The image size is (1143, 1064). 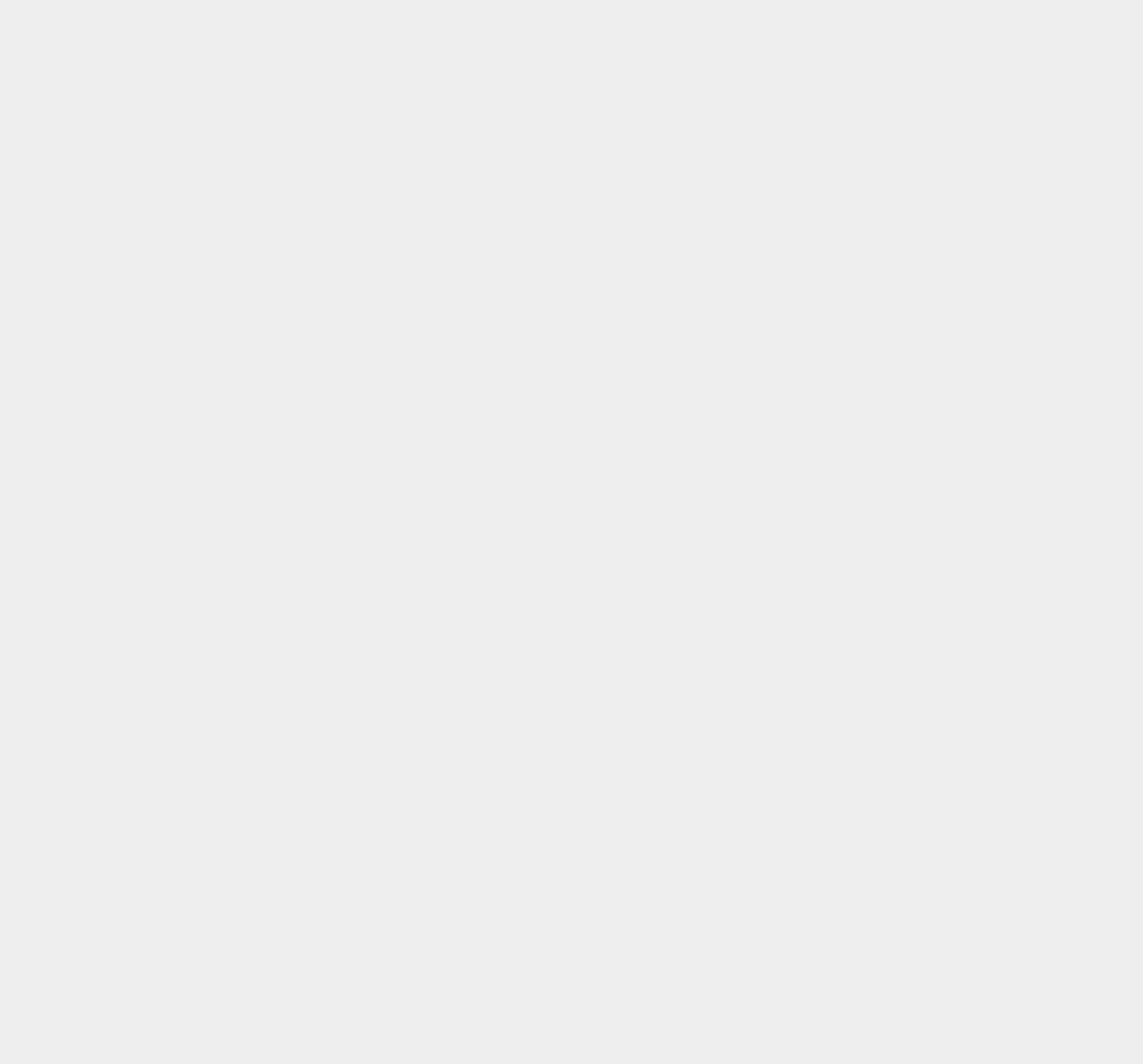 I want to click on 'Google', so click(x=807, y=590).